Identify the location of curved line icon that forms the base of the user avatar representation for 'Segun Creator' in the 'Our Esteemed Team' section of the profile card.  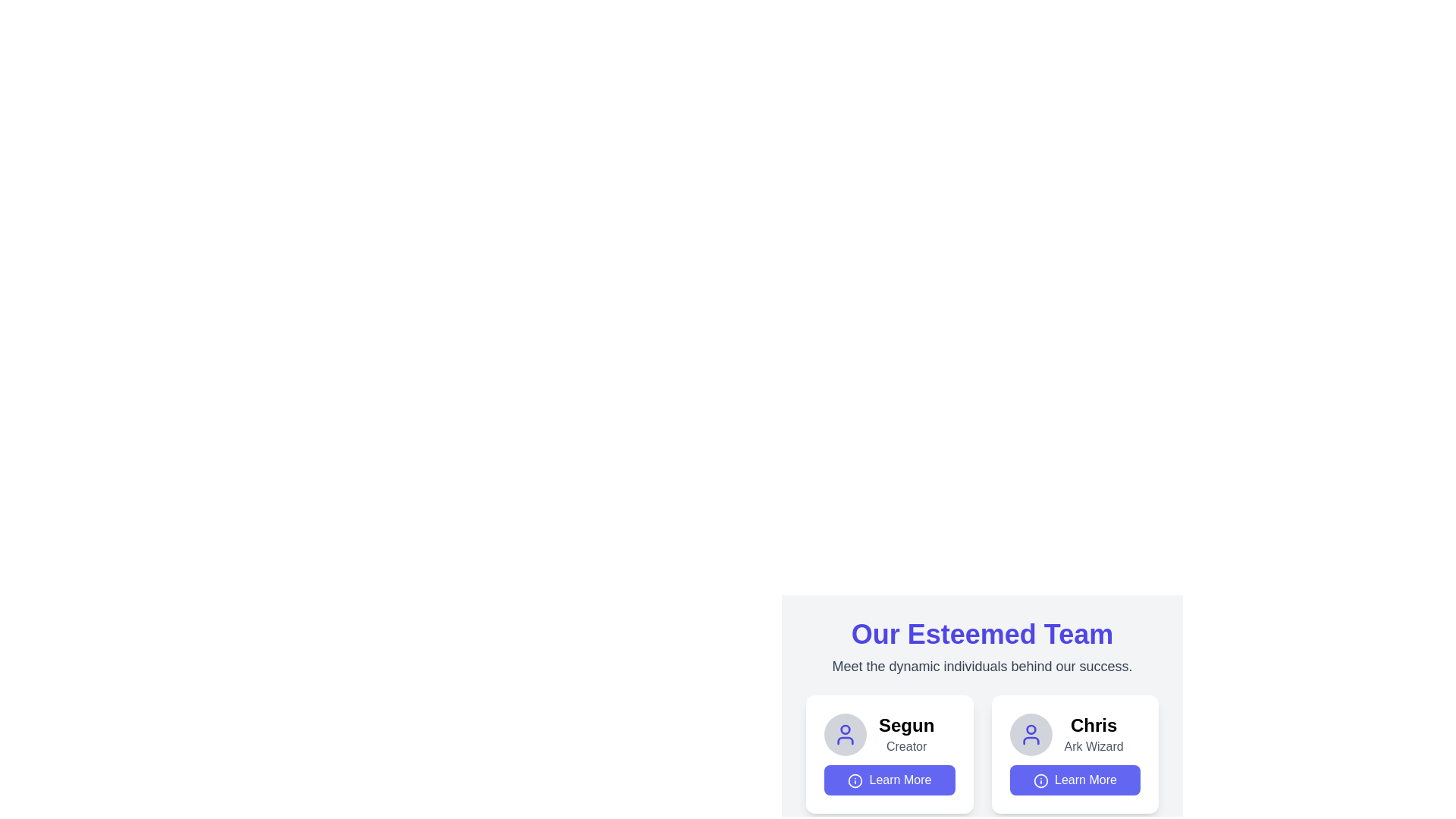
(844, 739).